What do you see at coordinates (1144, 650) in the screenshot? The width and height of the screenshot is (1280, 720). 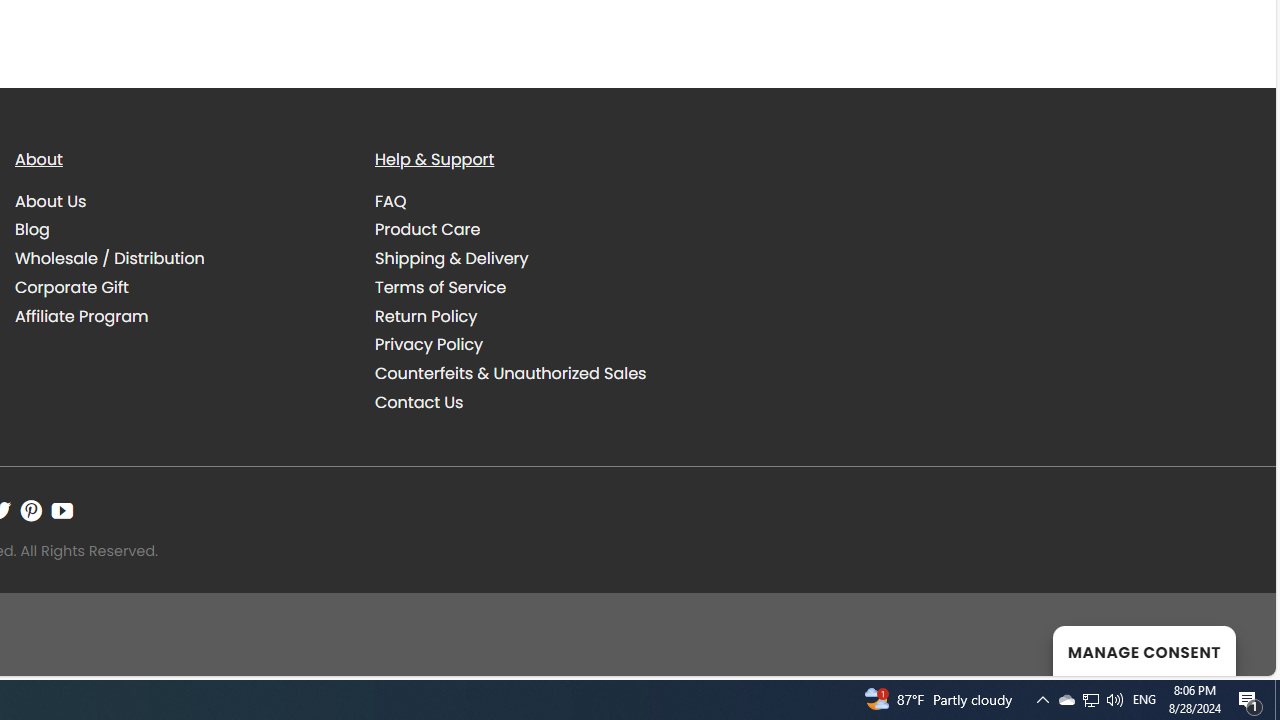 I see `'MANAGE CONSENT'` at bounding box center [1144, 650].